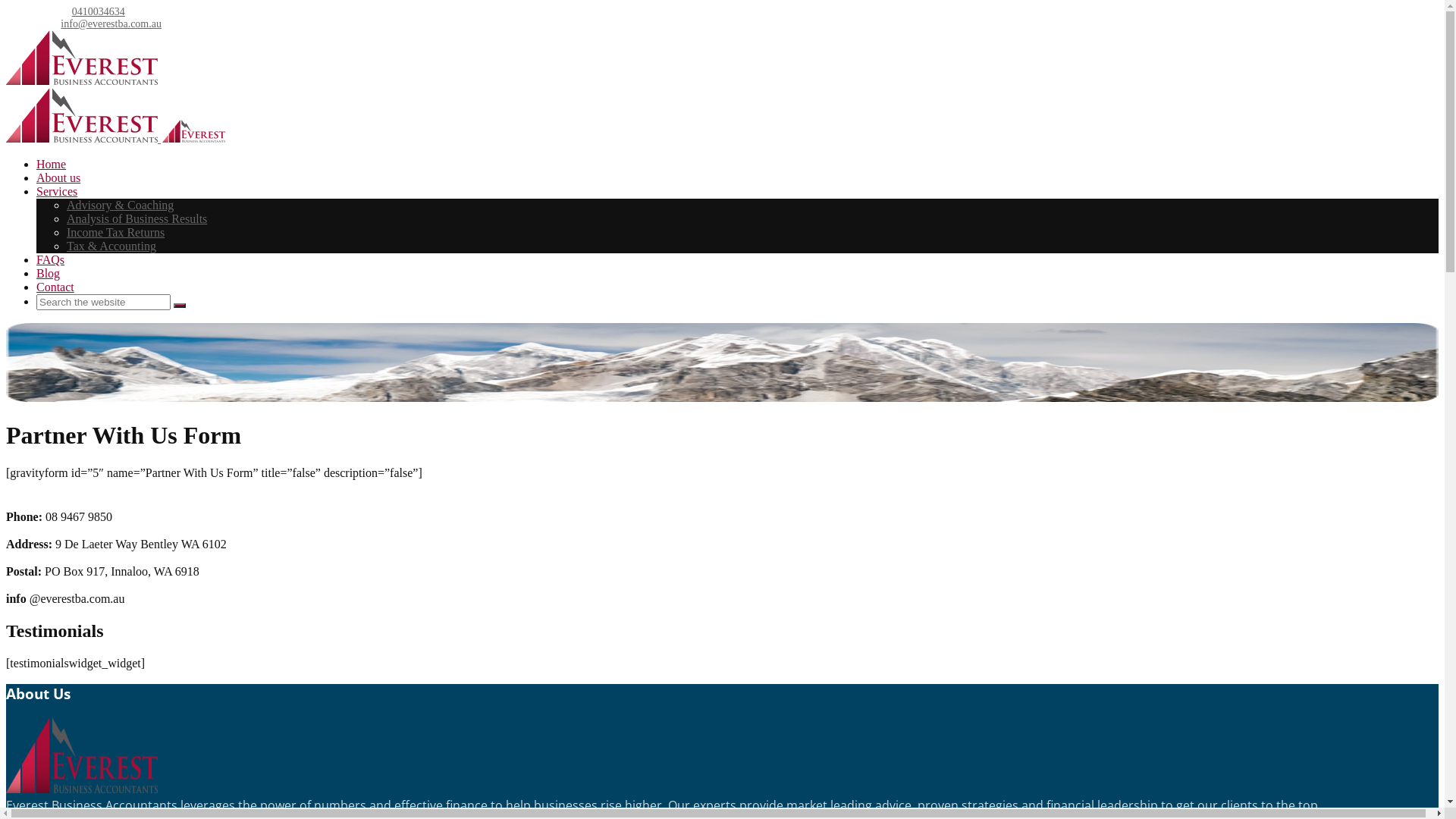 Image resolution: width=1456 pixels, height=819 pixels. What do you see at coordinates (36, 164) in the screenshot?
I see `'Home'` at bounding box center [36, 164].